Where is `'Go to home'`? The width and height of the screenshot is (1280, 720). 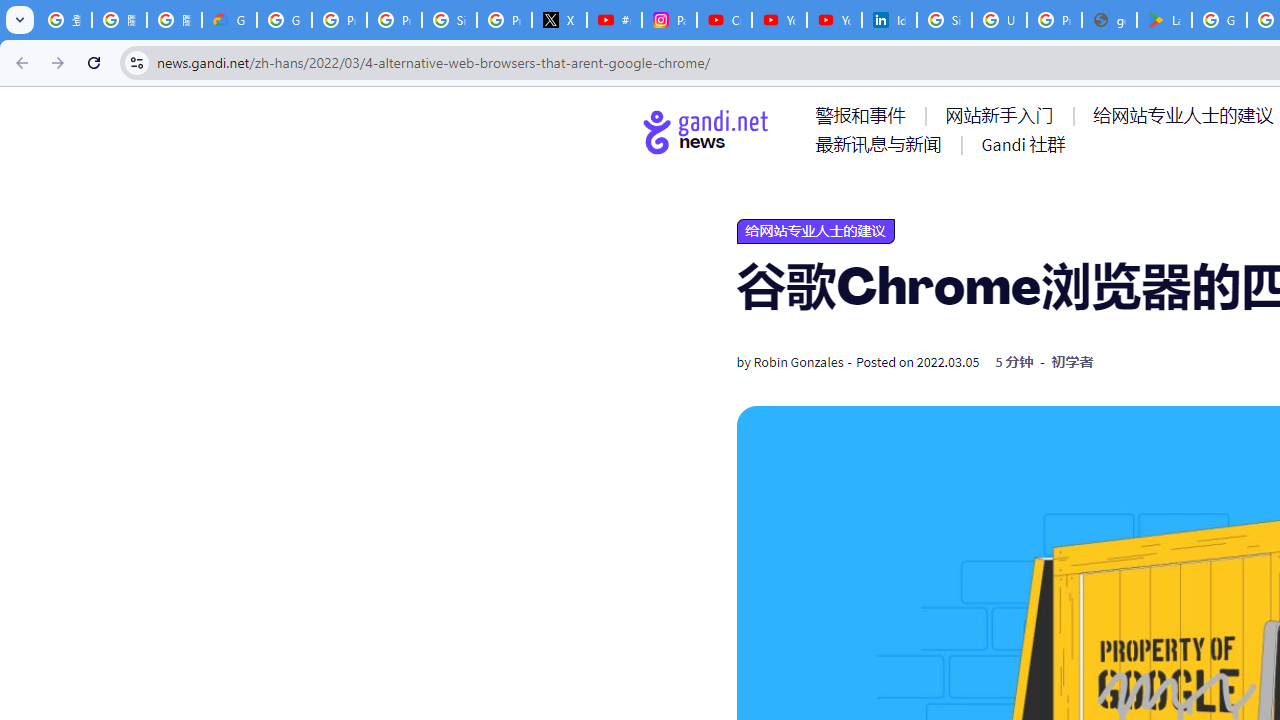
'Go to home' is located at coordinates (706, 131).